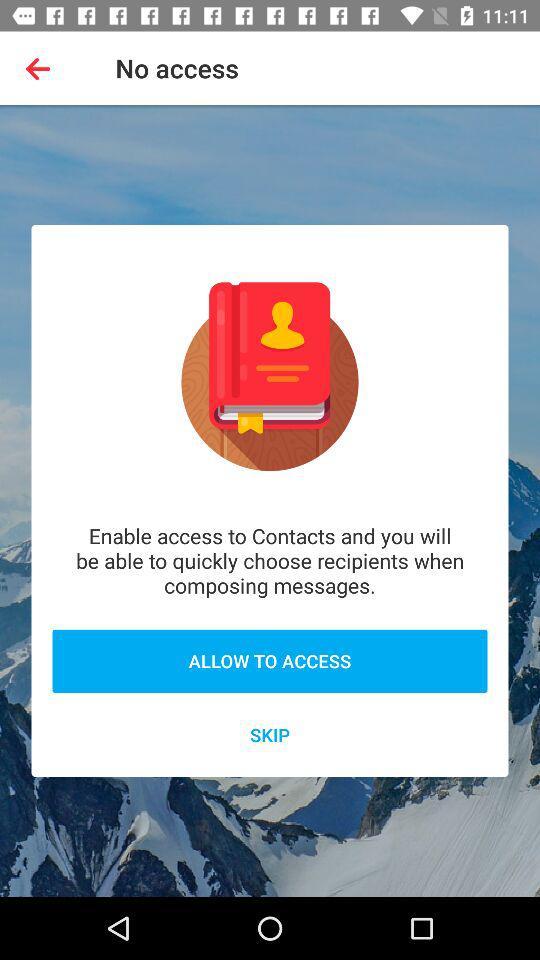  What do you see at coordinates (270, 733) in the screenshot?
I see `the icon below the allow to access icon` at bounding box center [270, 733].